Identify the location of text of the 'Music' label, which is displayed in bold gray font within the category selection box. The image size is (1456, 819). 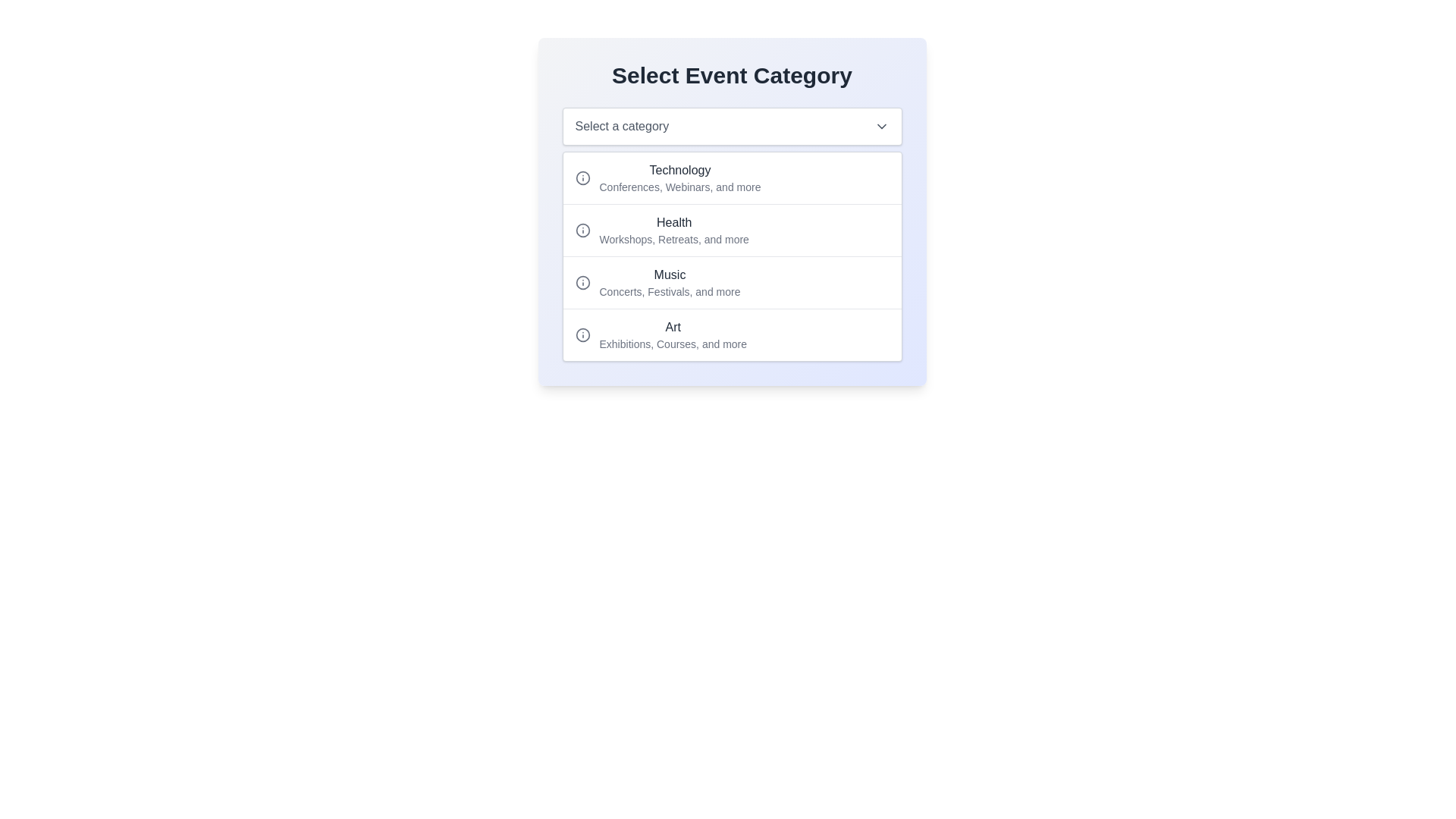
(669, 275).